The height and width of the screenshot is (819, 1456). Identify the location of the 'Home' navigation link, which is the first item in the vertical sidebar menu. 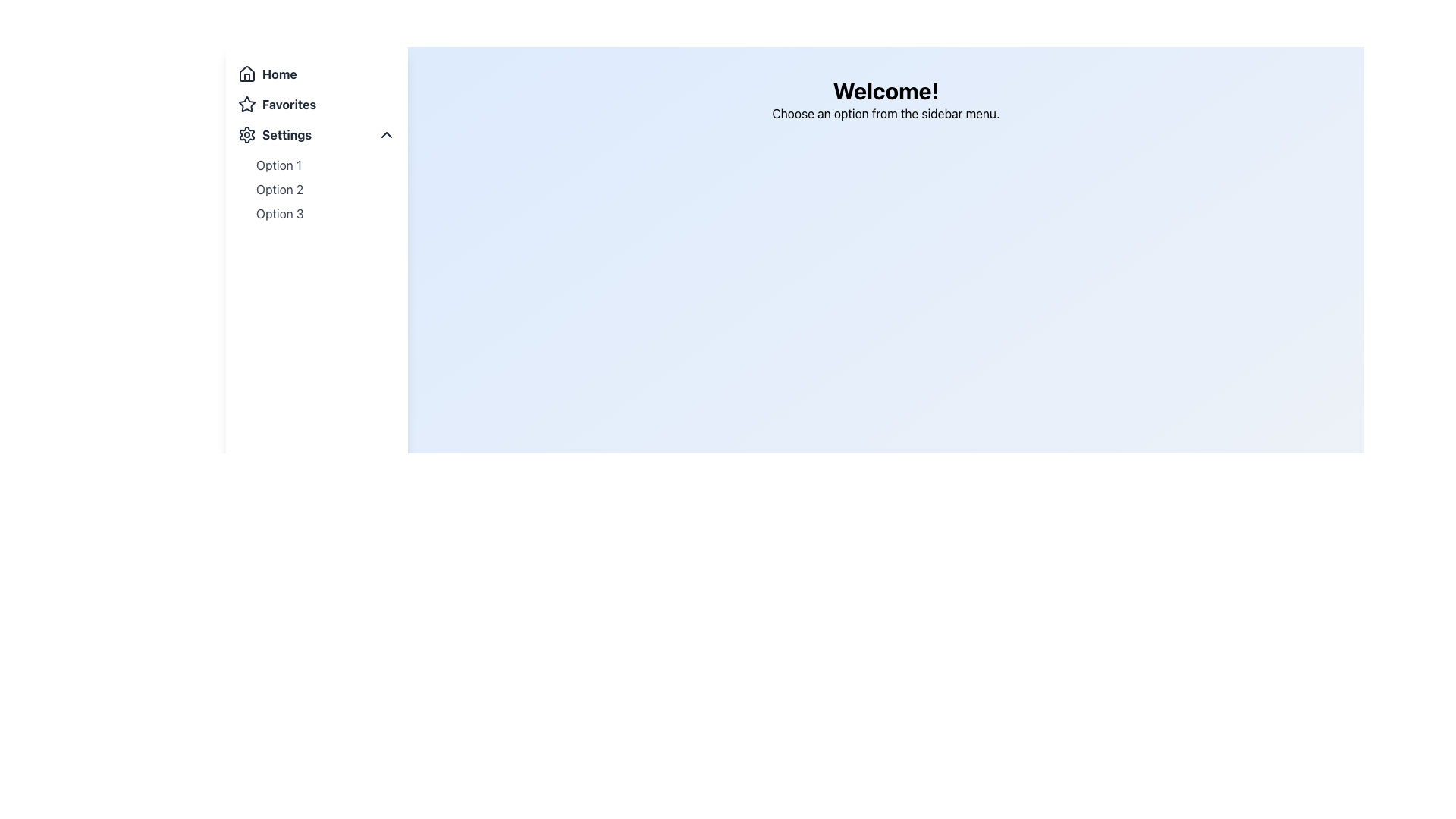
(315, 74).